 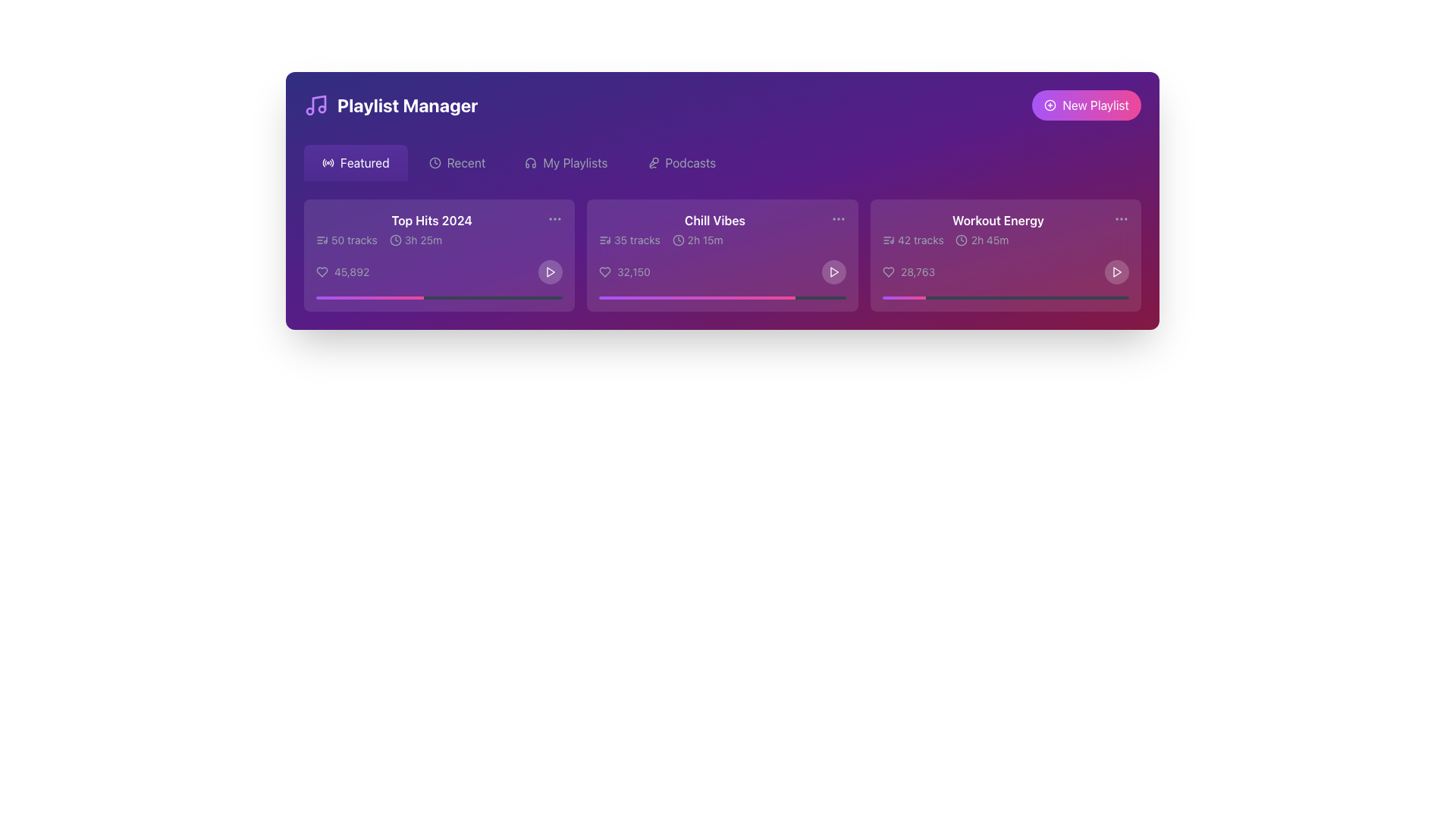 I want to click on the play button icon within the SVG graphic located in the lower right corner of the 'Chill Vibes' card to initiate playback, so click(x=833, y=271).